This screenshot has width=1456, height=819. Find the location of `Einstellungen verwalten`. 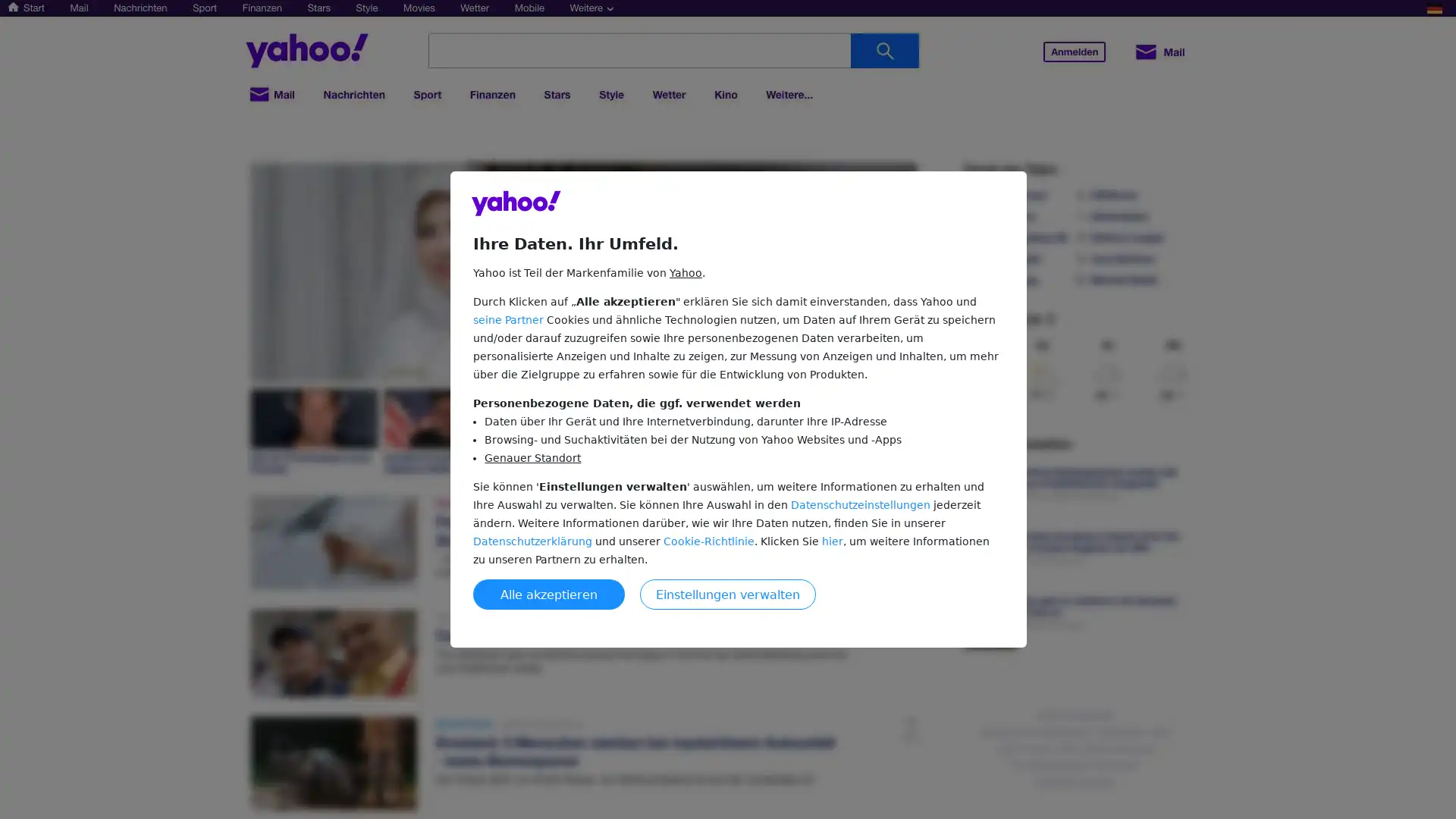

Einstellungen verwalten is located at coordinates (728, 593).